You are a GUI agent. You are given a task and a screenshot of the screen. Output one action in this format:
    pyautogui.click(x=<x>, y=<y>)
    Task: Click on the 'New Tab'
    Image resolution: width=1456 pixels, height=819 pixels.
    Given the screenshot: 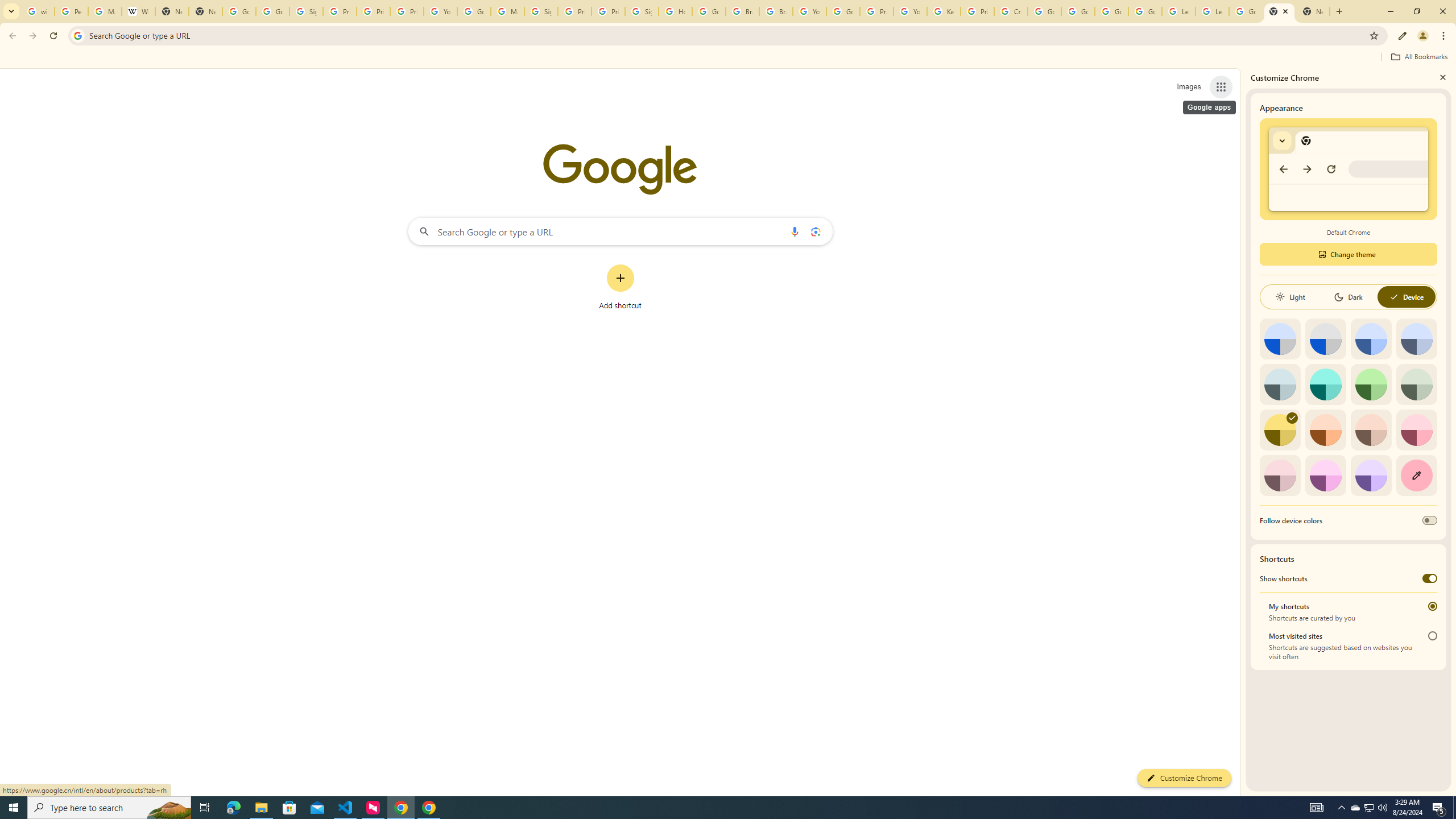 What is the action you would take?
    pyautogui.click(x=1313, y=11)
    